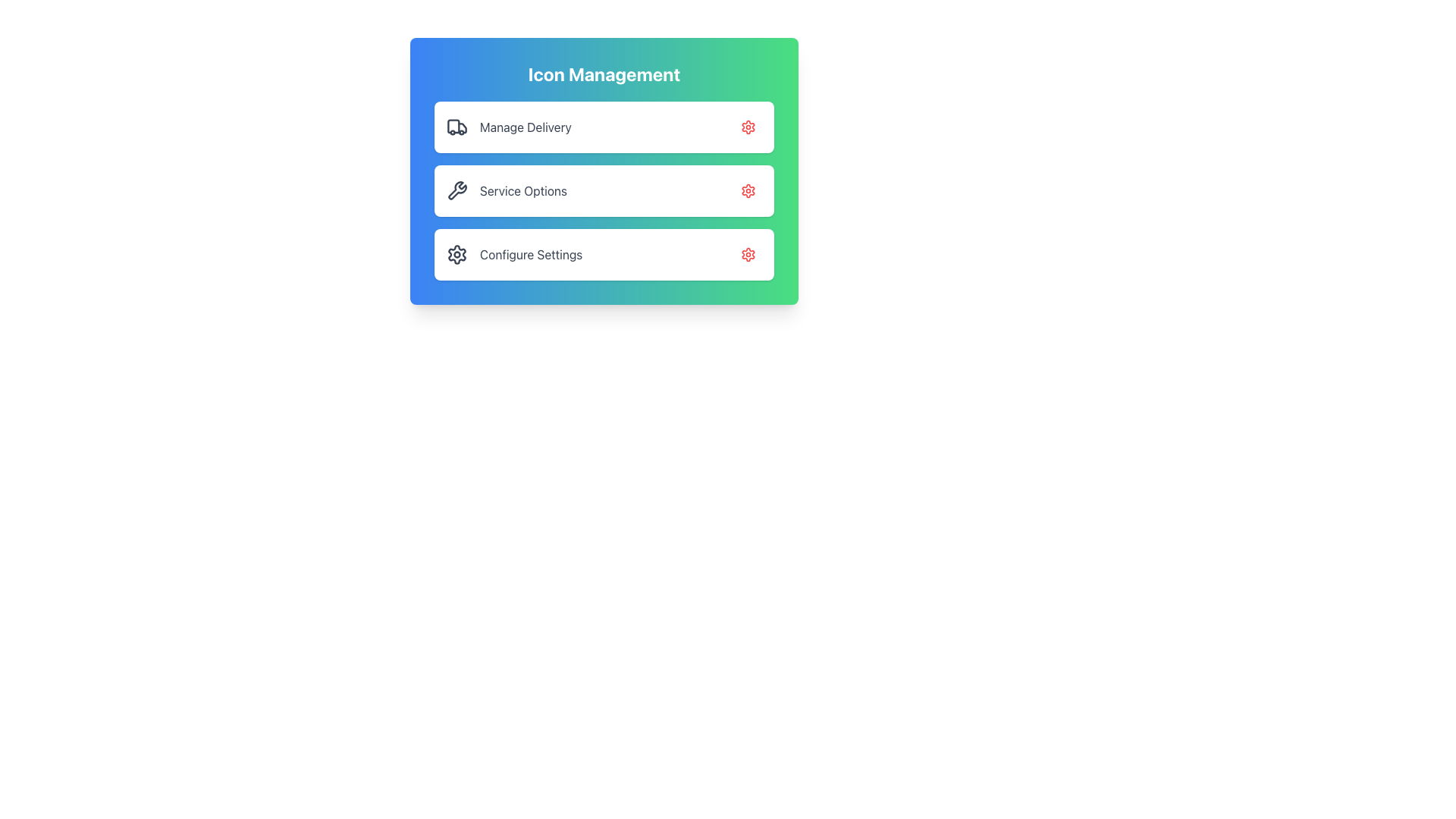 This screenshot has height=819, width=1456. Describe the element at coordinates (748, 190) in the screenshot. I see `the settings icon located` at that location.